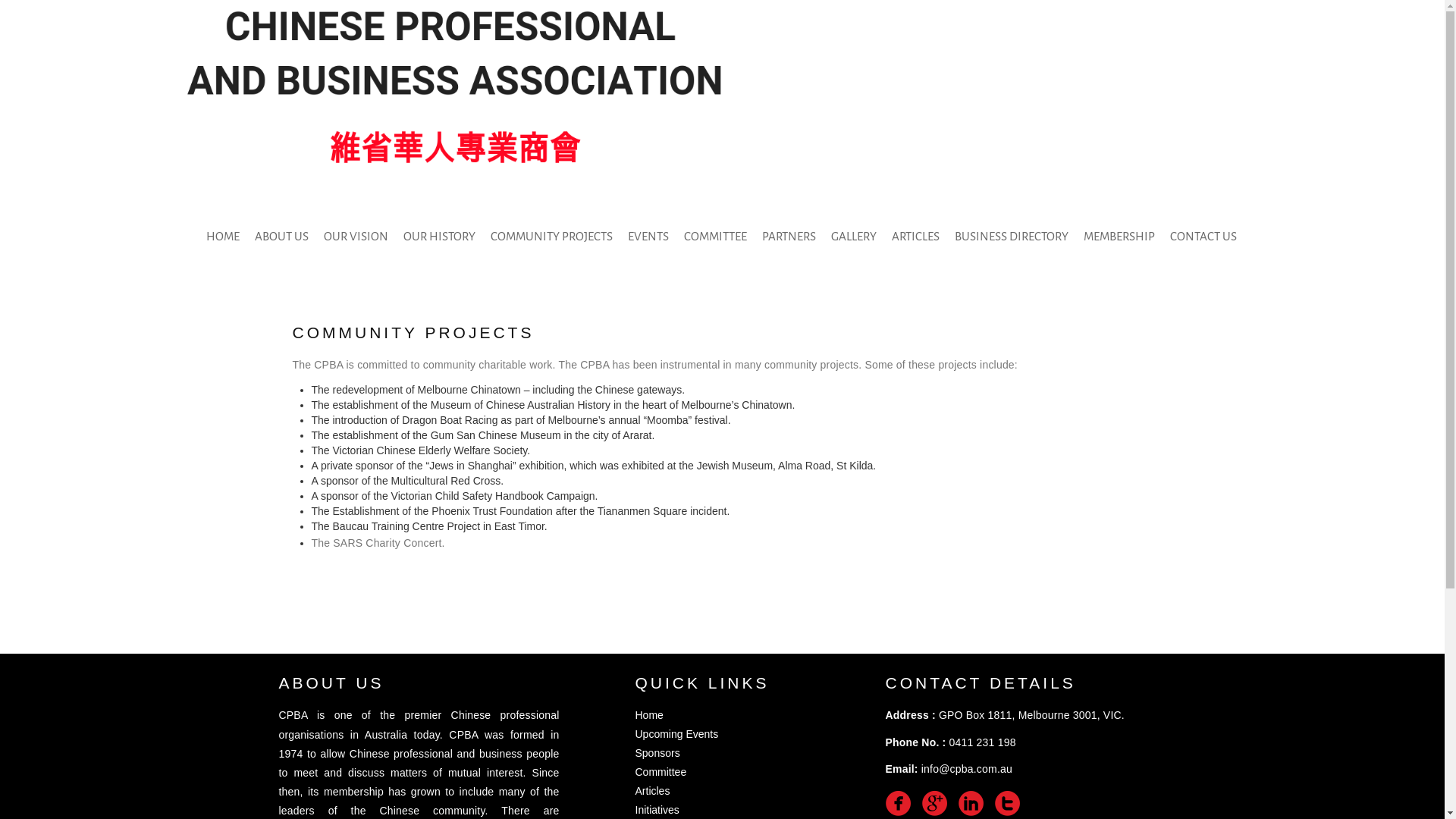 The height and width of the screenshot is (819, 1456). Describe the element at coordinates (355, 237) in the screenshot. I see `'OUR VISION'` at that location.